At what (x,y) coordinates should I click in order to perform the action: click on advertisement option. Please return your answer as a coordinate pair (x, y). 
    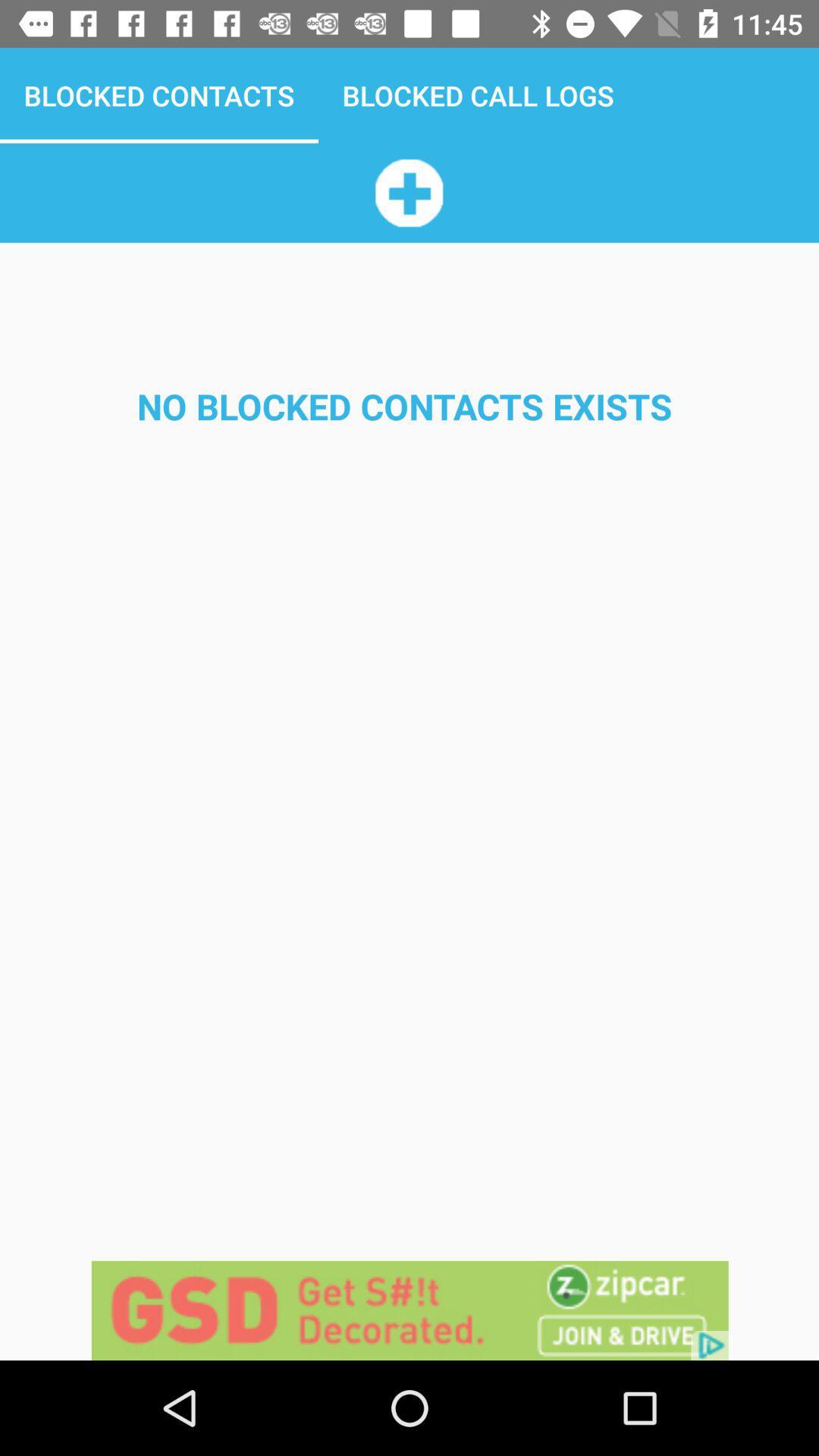
    Looking at the image, I should click on (409, 1310).